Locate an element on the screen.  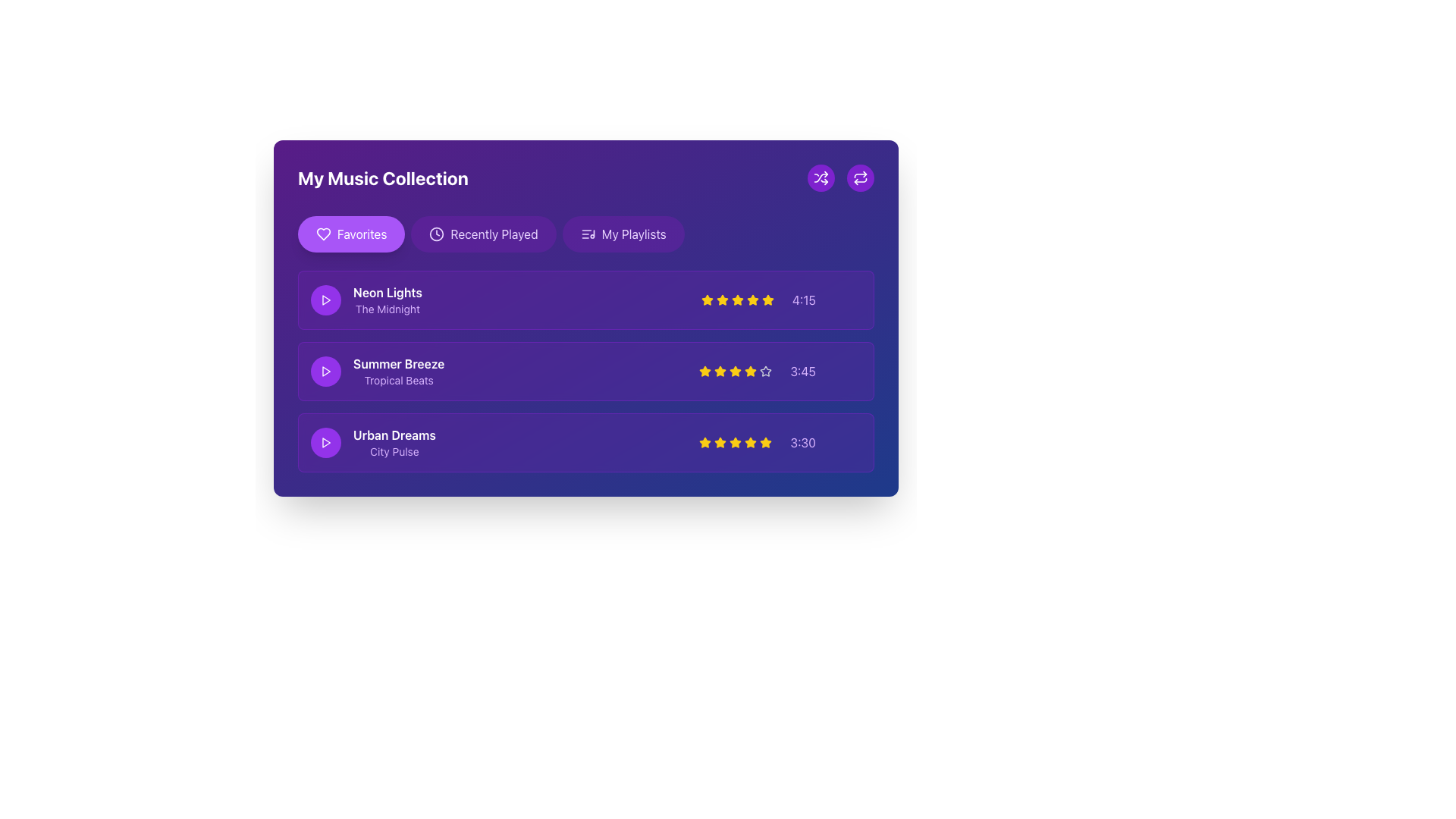
the third star icon in the rating section of the 'Urban Dreams' music entry is located at coordinates (720, 442).